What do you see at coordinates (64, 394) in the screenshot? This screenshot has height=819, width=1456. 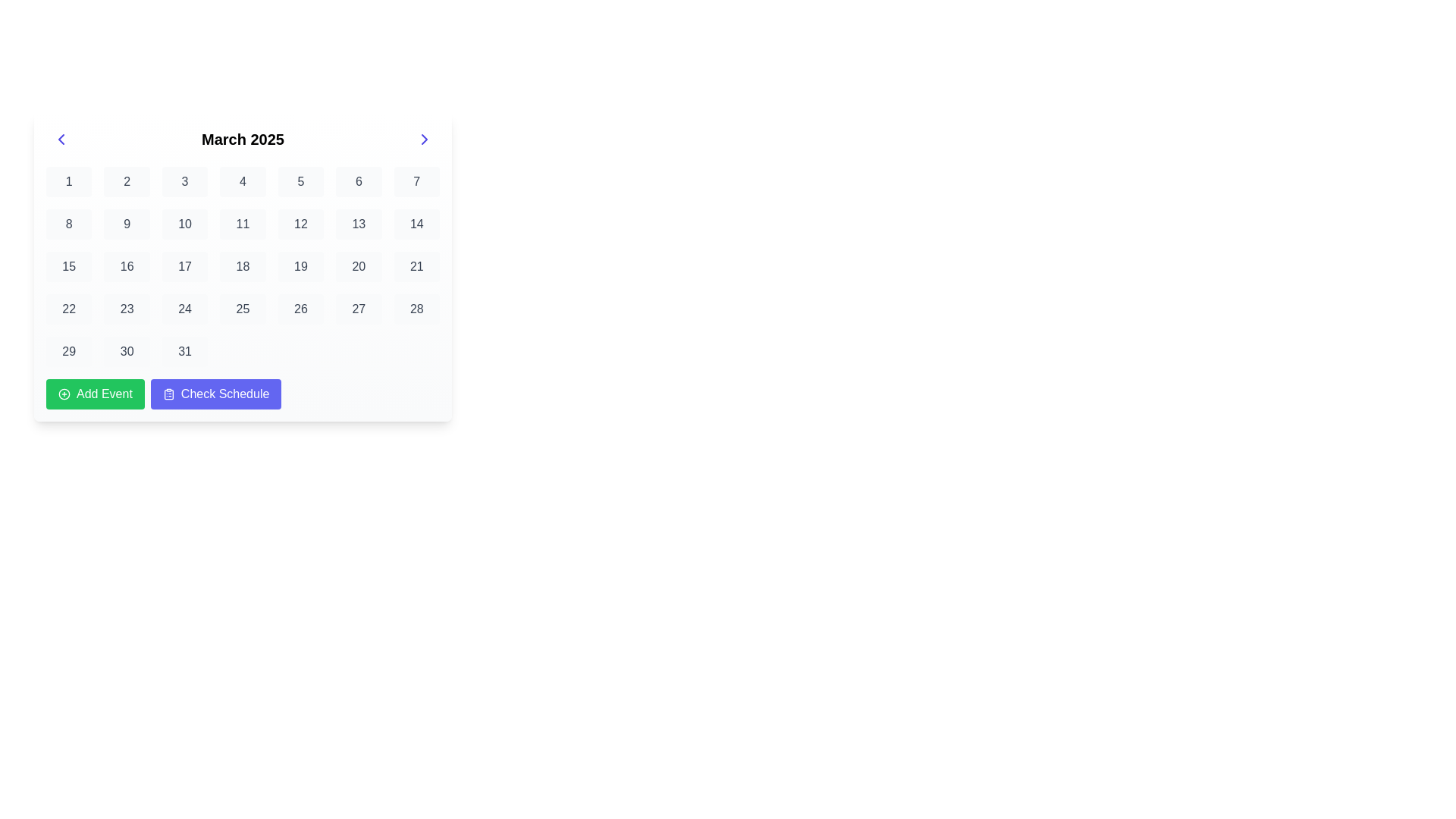 I see `the small circular icon with a plus sign inside, located to the left of the 'Add Event' button on the calendar interface` at bounding box center [64, 394].